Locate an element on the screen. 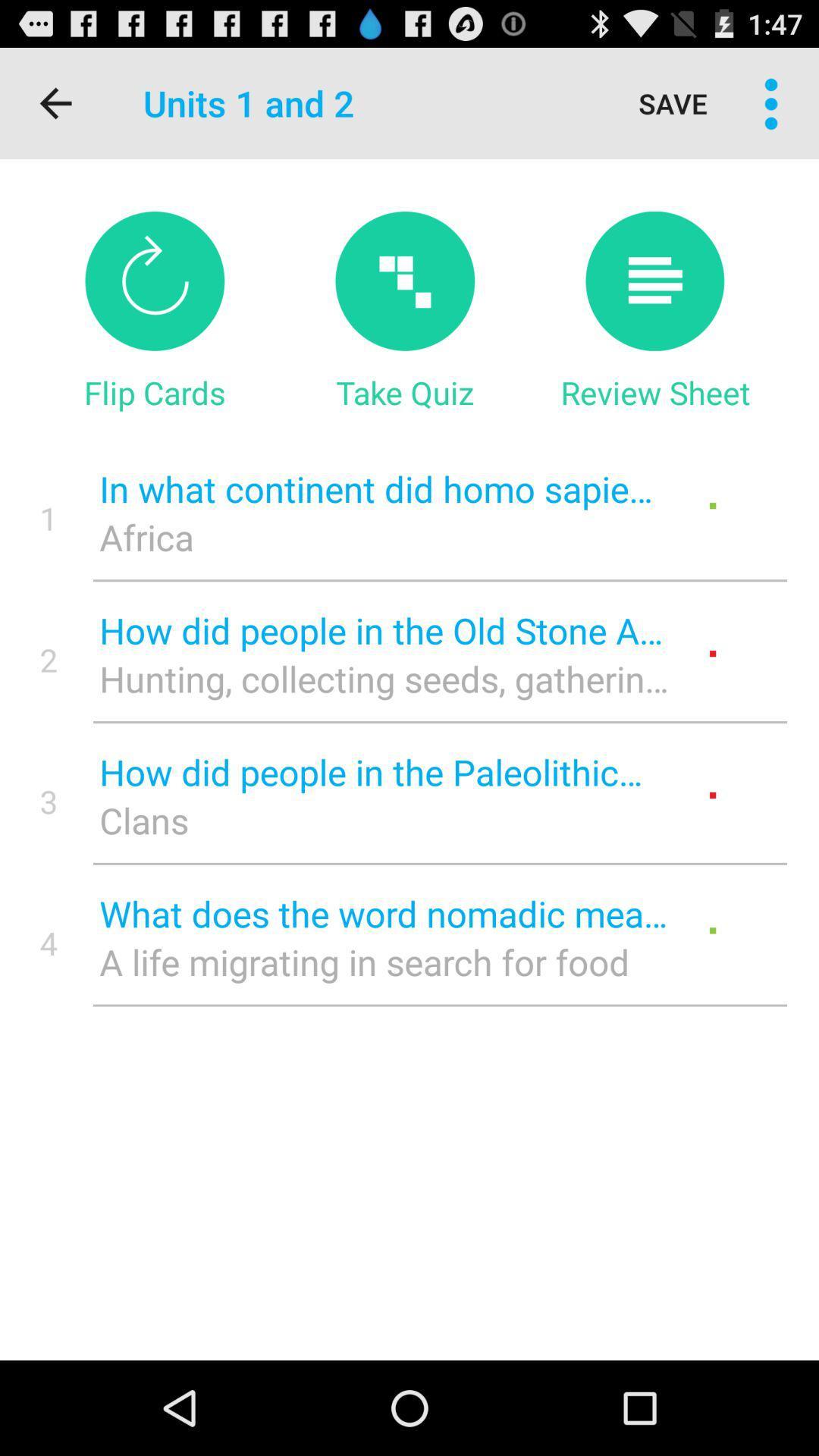 The width and height of the screenshot is (819, 1456). 4 item is located at coordinates (48, 942).